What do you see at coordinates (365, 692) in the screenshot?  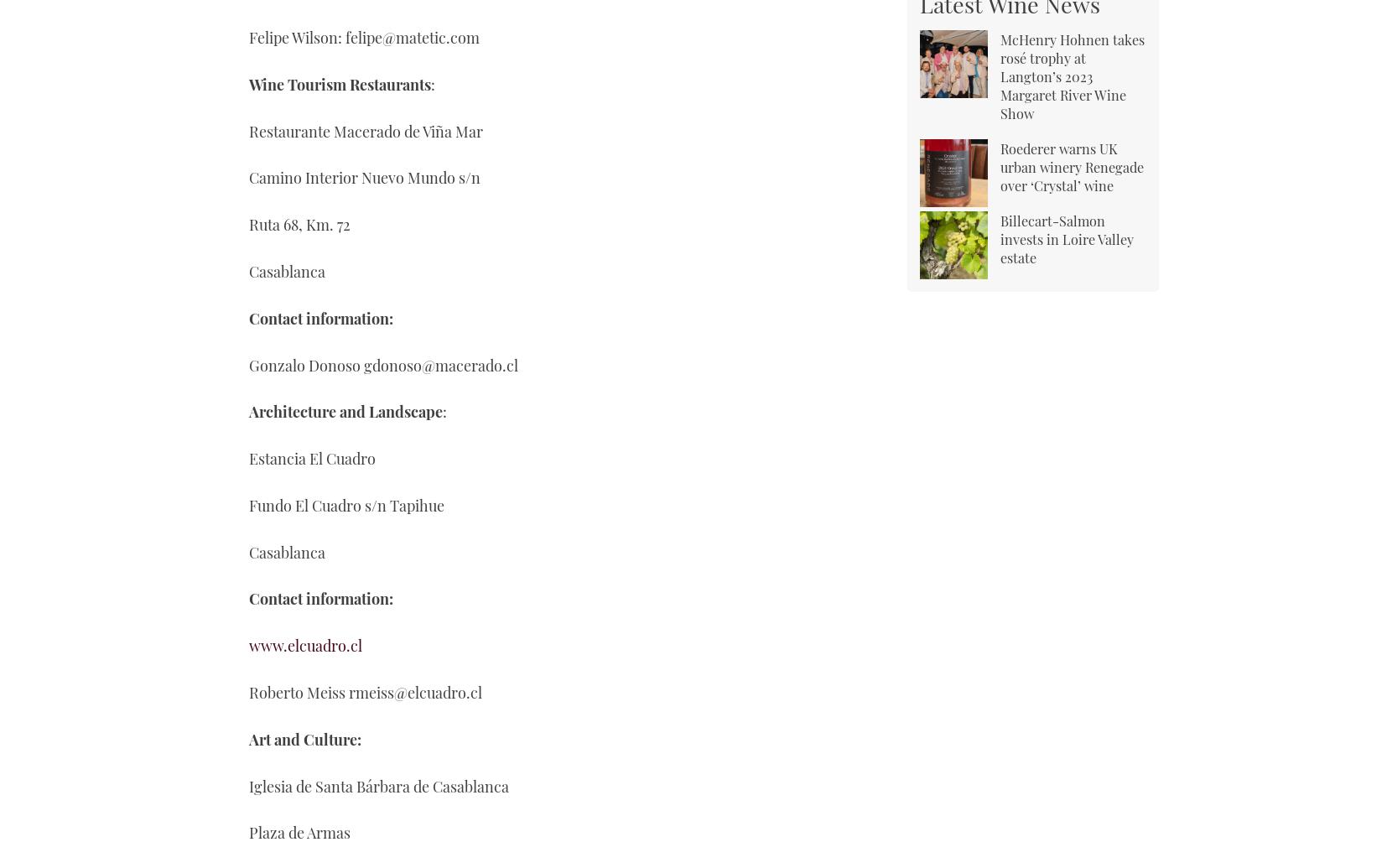 I see `'Roberto Meiss rmeiss@elcuadro.cl'` at bounding box center [365, 692].